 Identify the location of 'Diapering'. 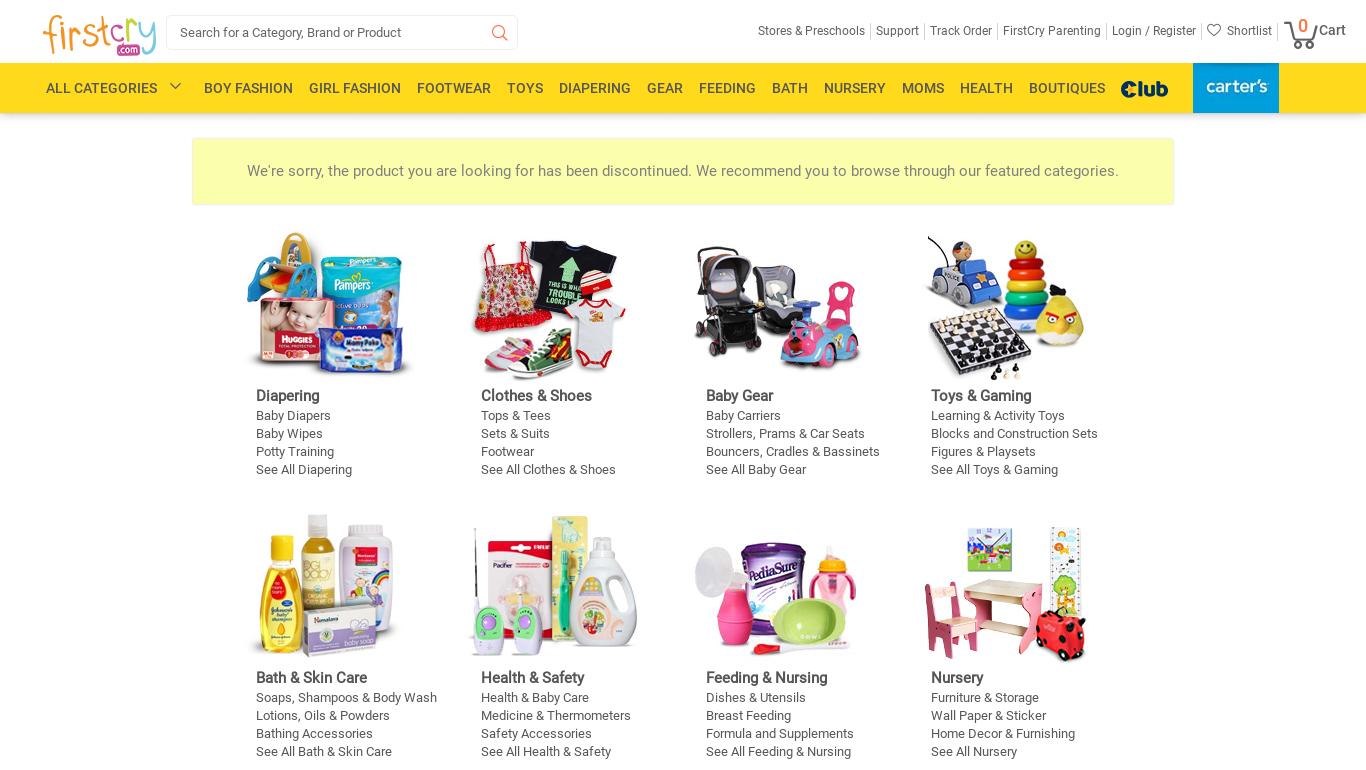
(594, 87).